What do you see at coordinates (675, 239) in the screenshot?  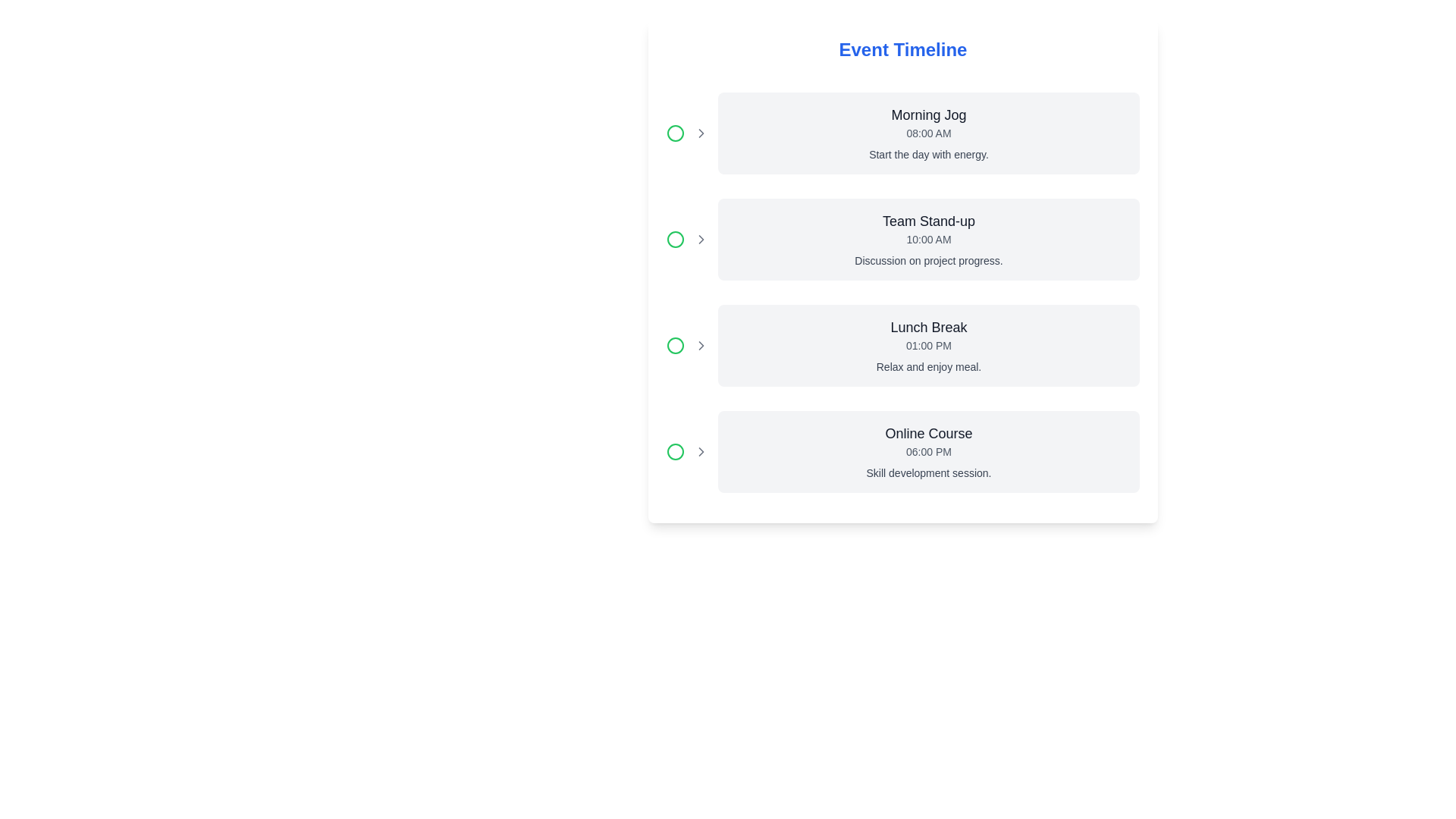 I see `the second green circular status indicator located next to the 'Team Stand-up' entry at 10:00 AM` at bounding box center [675, 239].